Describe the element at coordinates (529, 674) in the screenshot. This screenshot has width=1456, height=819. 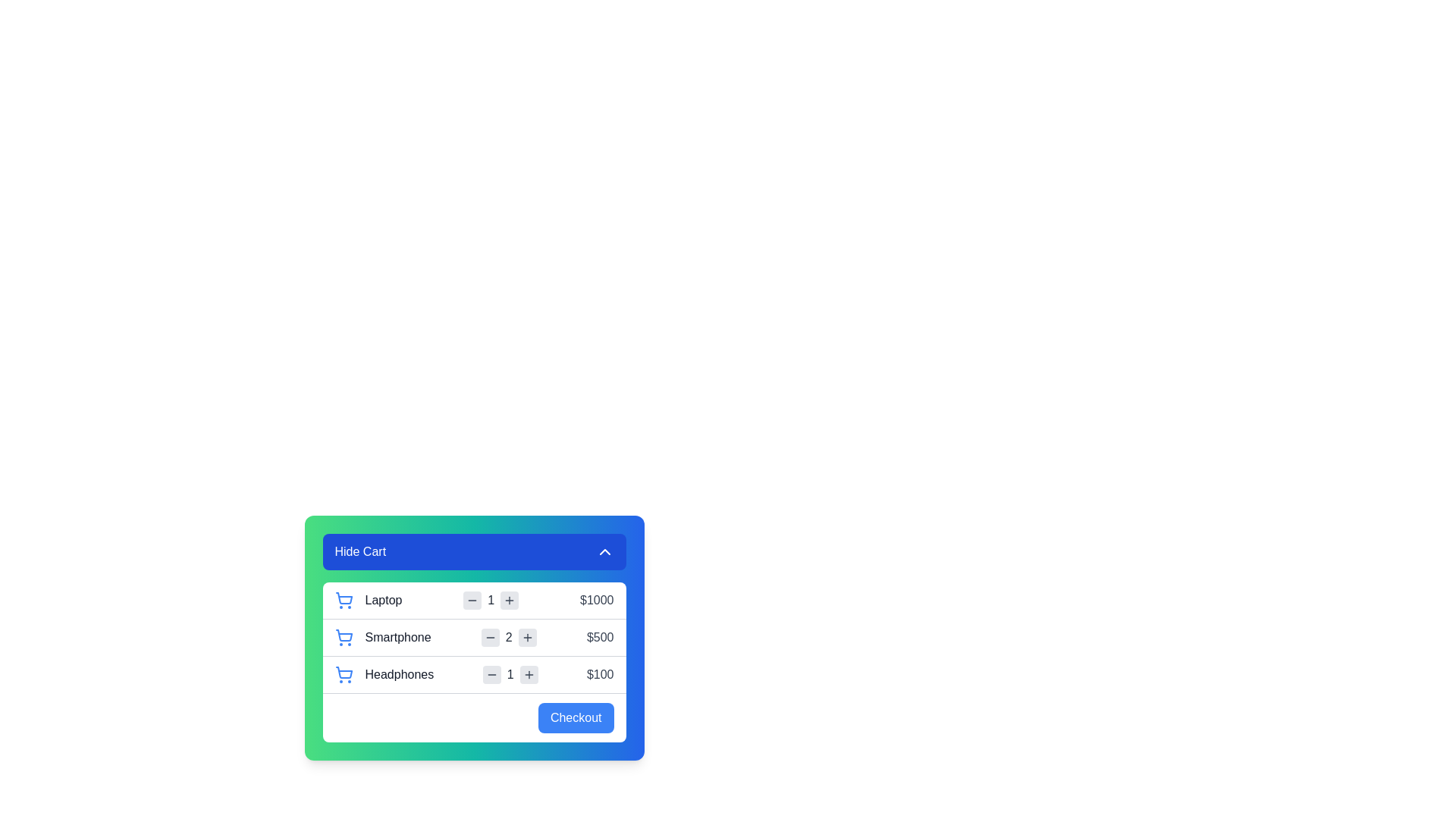
I see `the increment button for 'Headphones' to increase the item quantity in the shopping cart` at that location.